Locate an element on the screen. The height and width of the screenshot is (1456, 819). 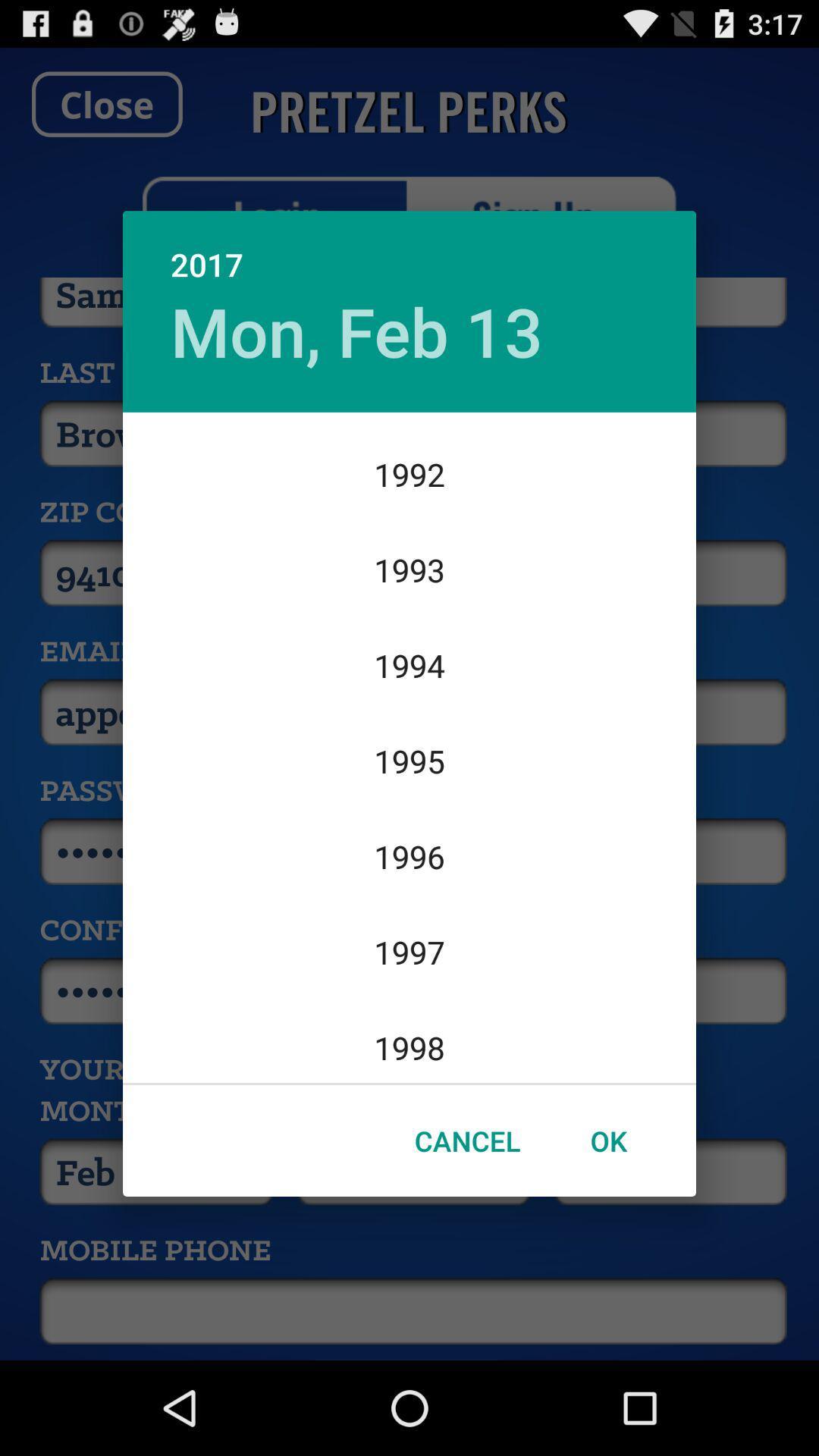
item below the 2017 icon is located at coordinates (356, 330).